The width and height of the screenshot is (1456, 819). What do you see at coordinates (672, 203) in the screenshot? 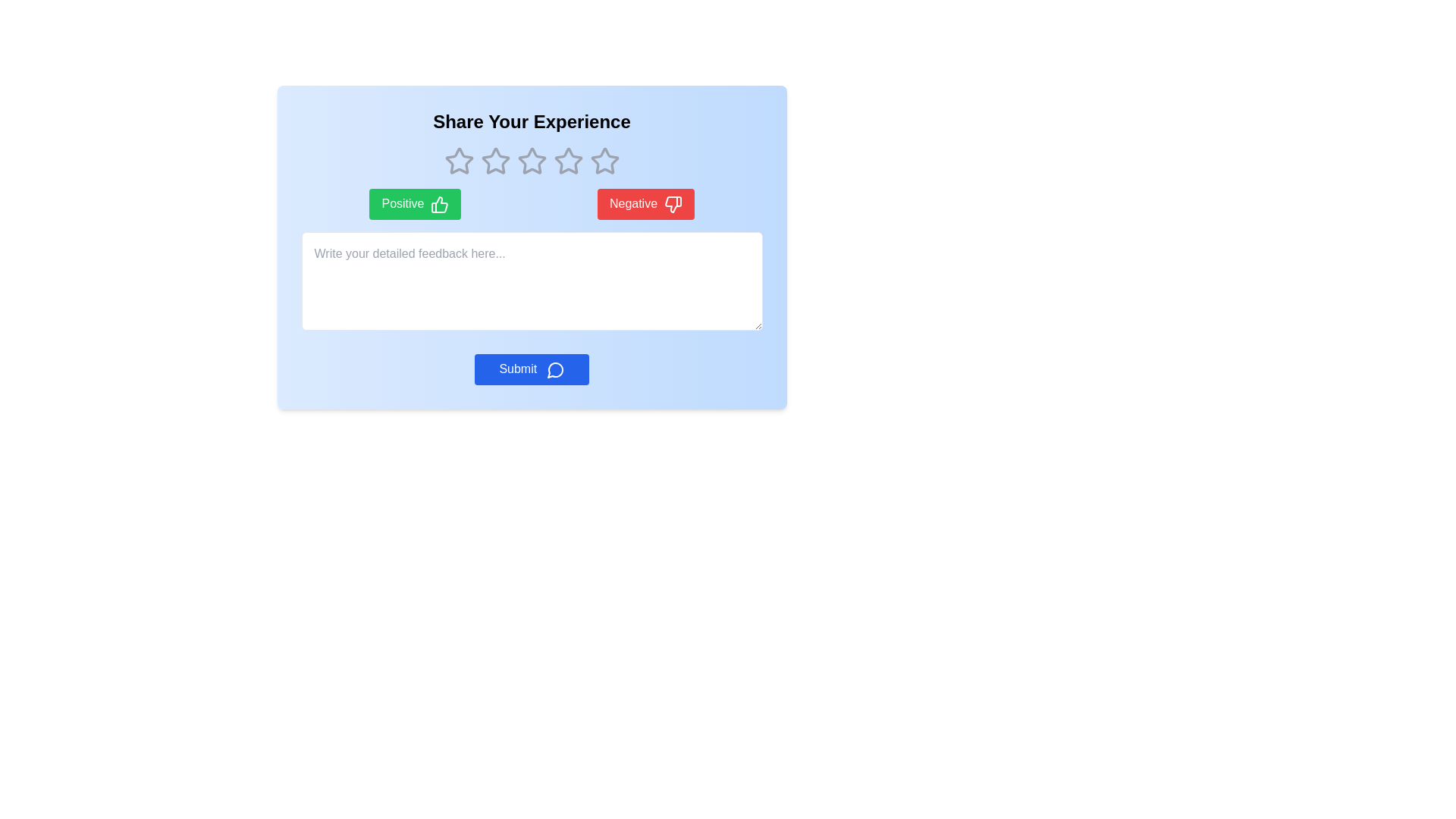
I see `thumbs-down icon component of the negative feedback button labeled 'Negative' using developer tools` at bounding box center [672, 203].